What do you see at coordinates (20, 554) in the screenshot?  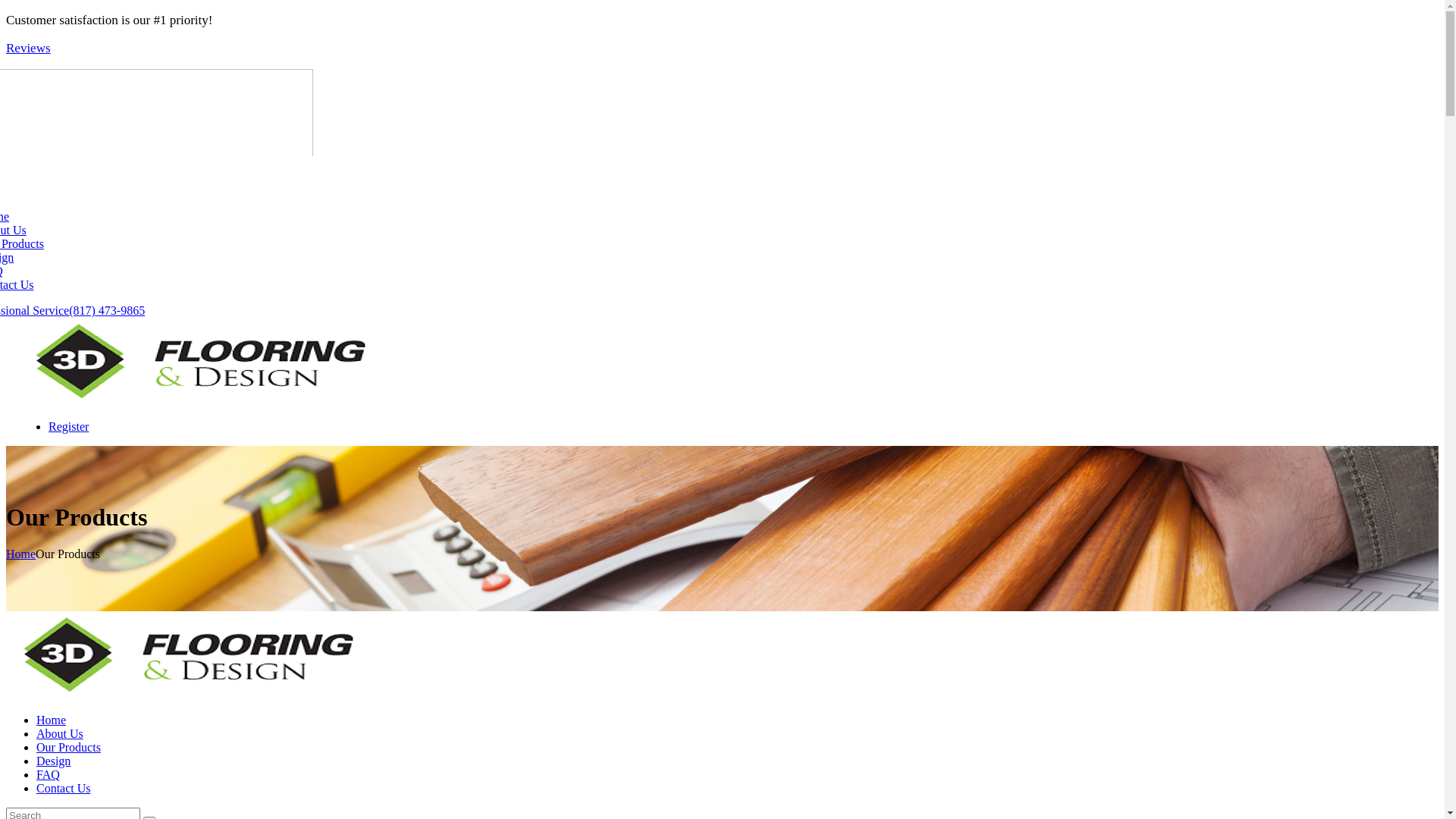 I see `'Home'` at bounding box center [20, 554].